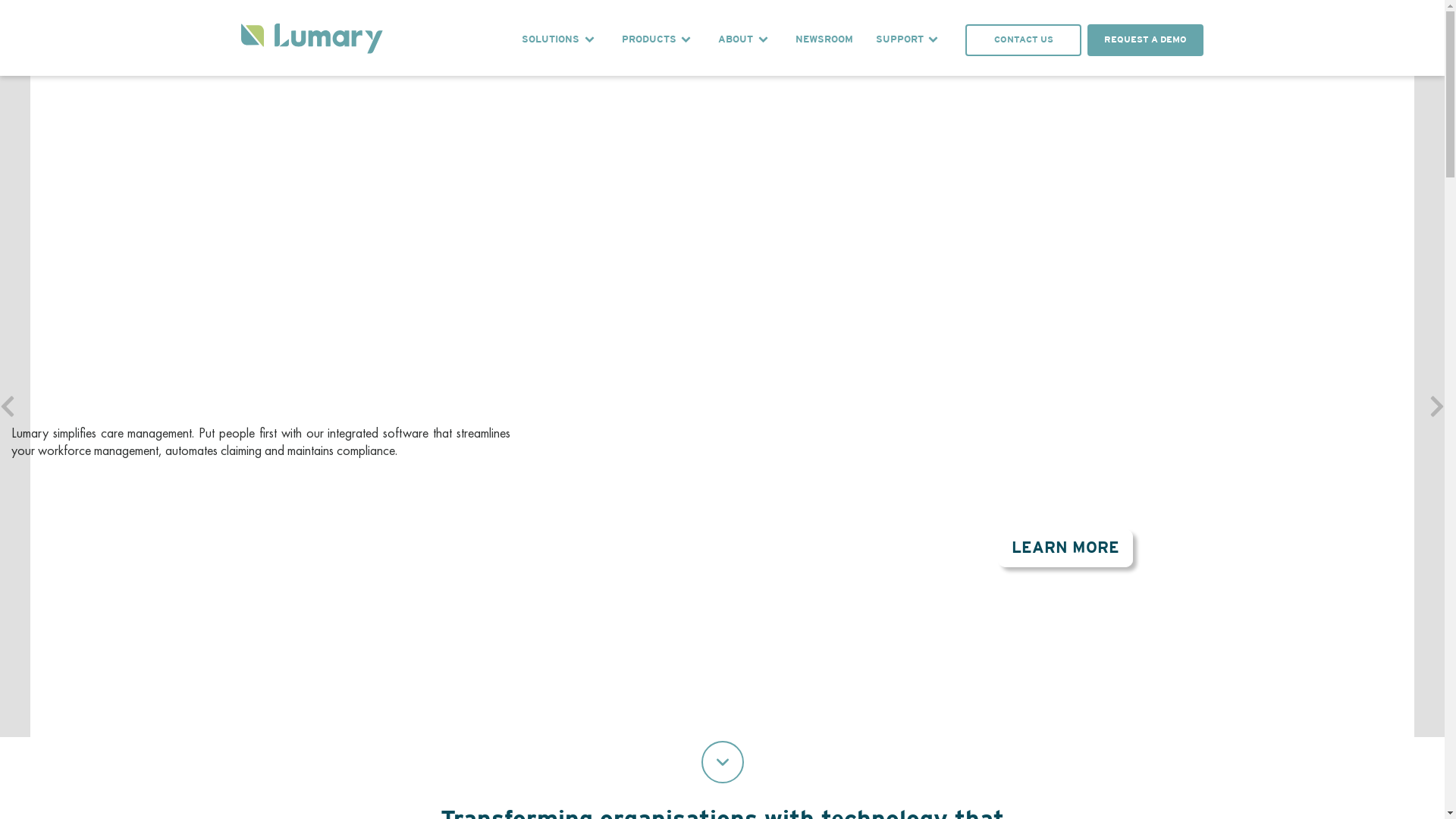 Image resolution: width=1456 pixels, height=819 pixels. I want to click on 'NEWSROOM', so click(823, 39).